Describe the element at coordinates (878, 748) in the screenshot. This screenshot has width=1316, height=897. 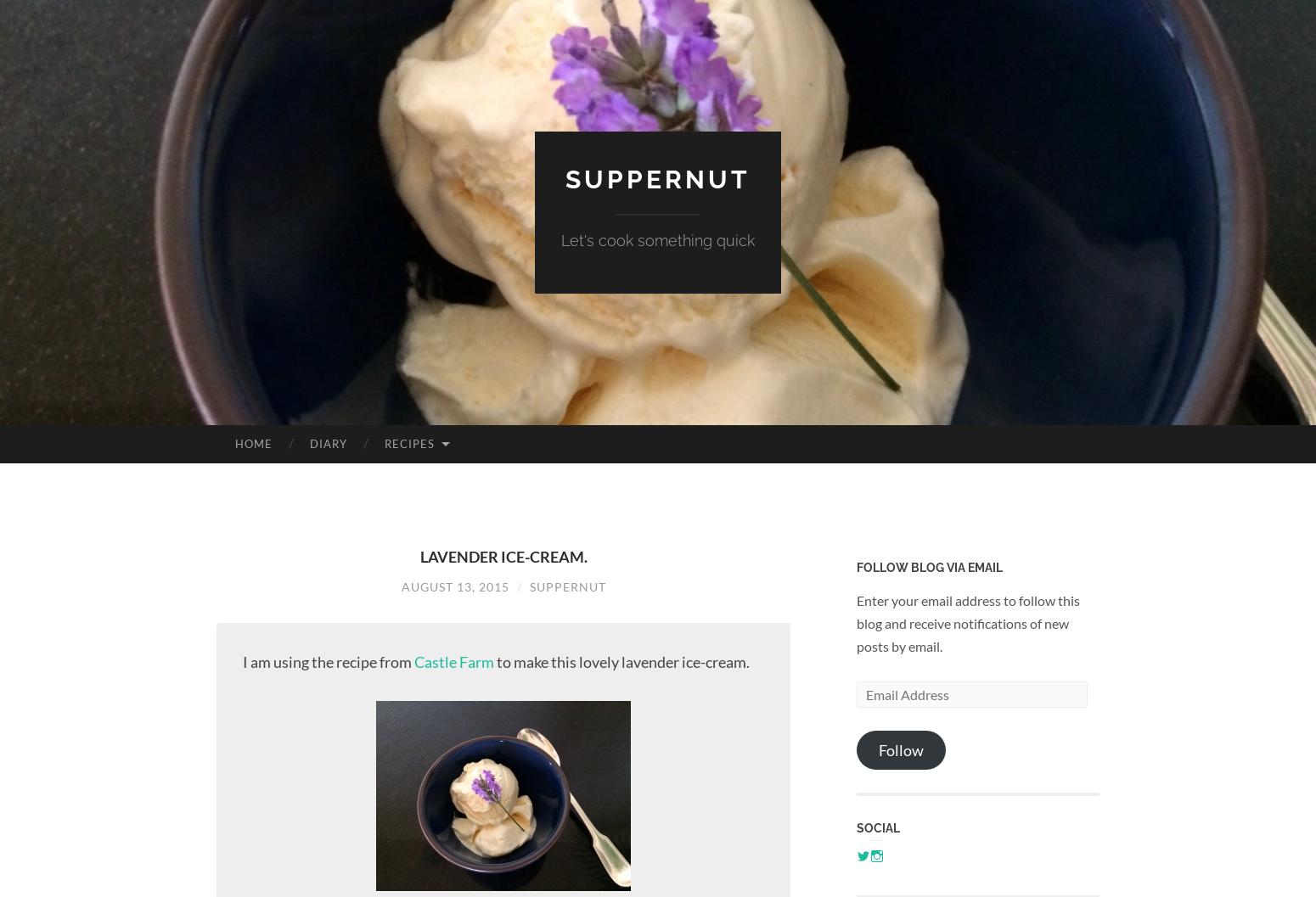
I see `'Follow'` at that location.